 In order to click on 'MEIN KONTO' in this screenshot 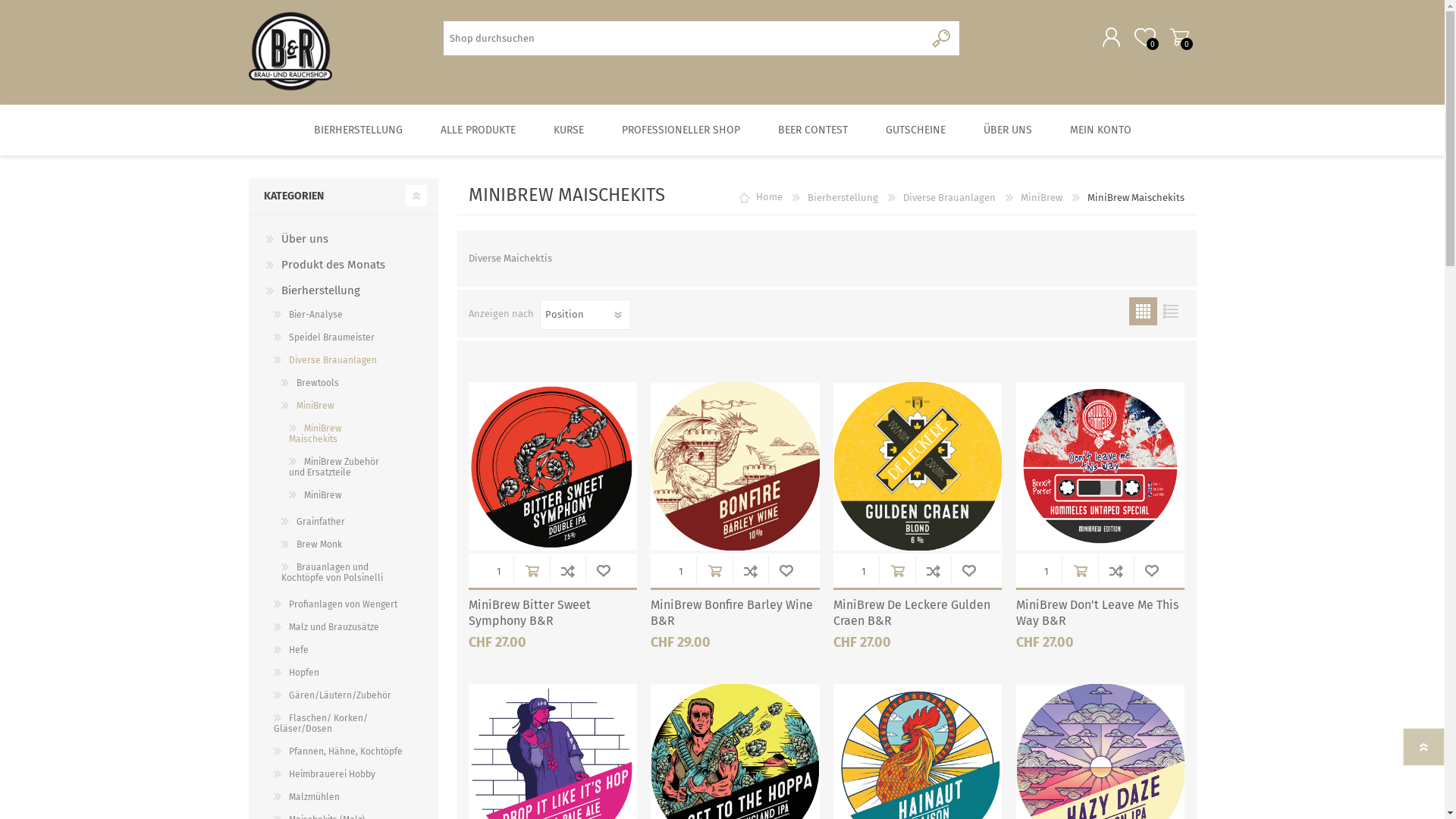, I will do `click(1100, 129)`.